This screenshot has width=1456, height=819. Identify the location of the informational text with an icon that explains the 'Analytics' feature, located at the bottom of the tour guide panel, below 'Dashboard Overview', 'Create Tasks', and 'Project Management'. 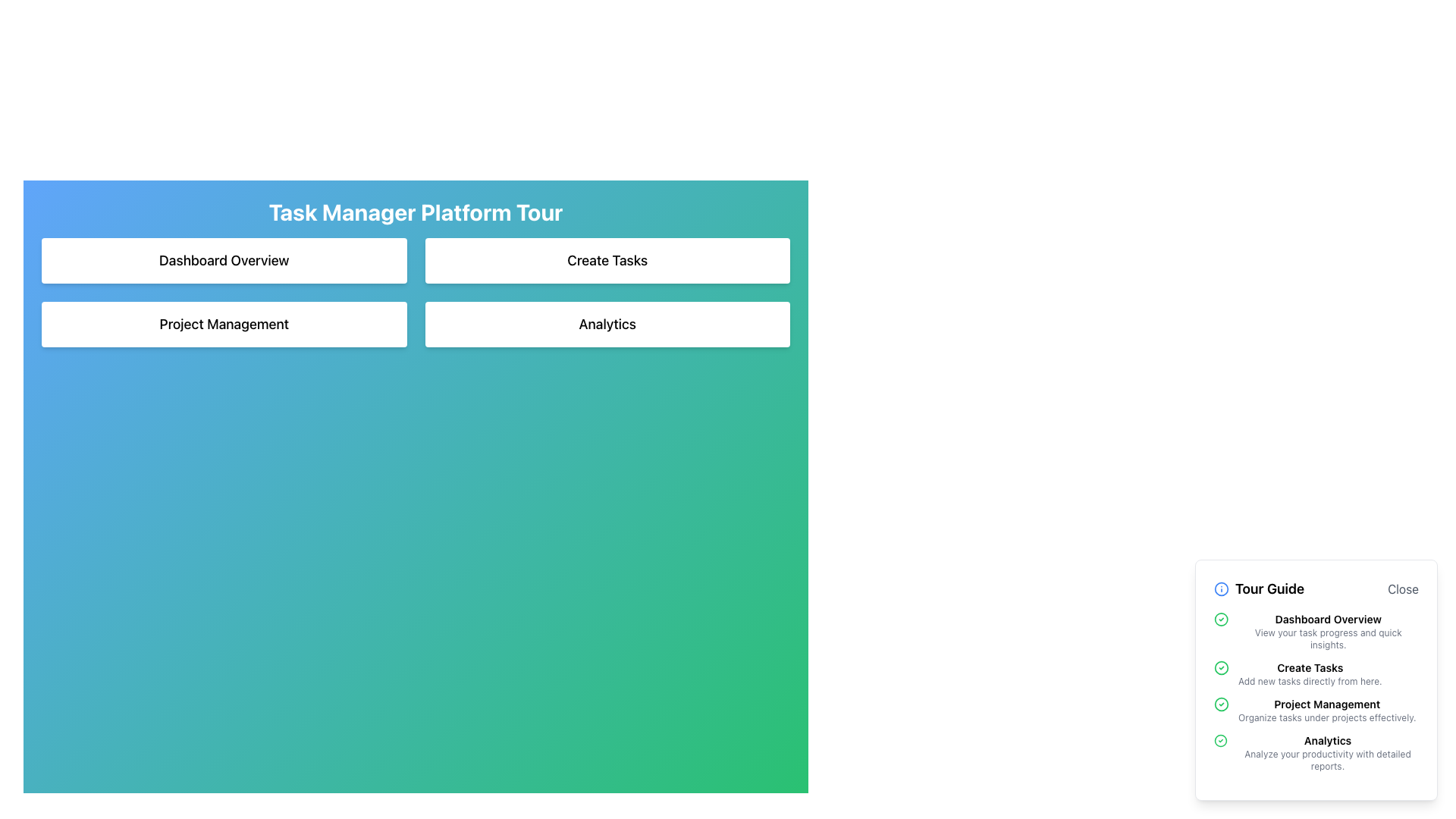
(1316, 752).